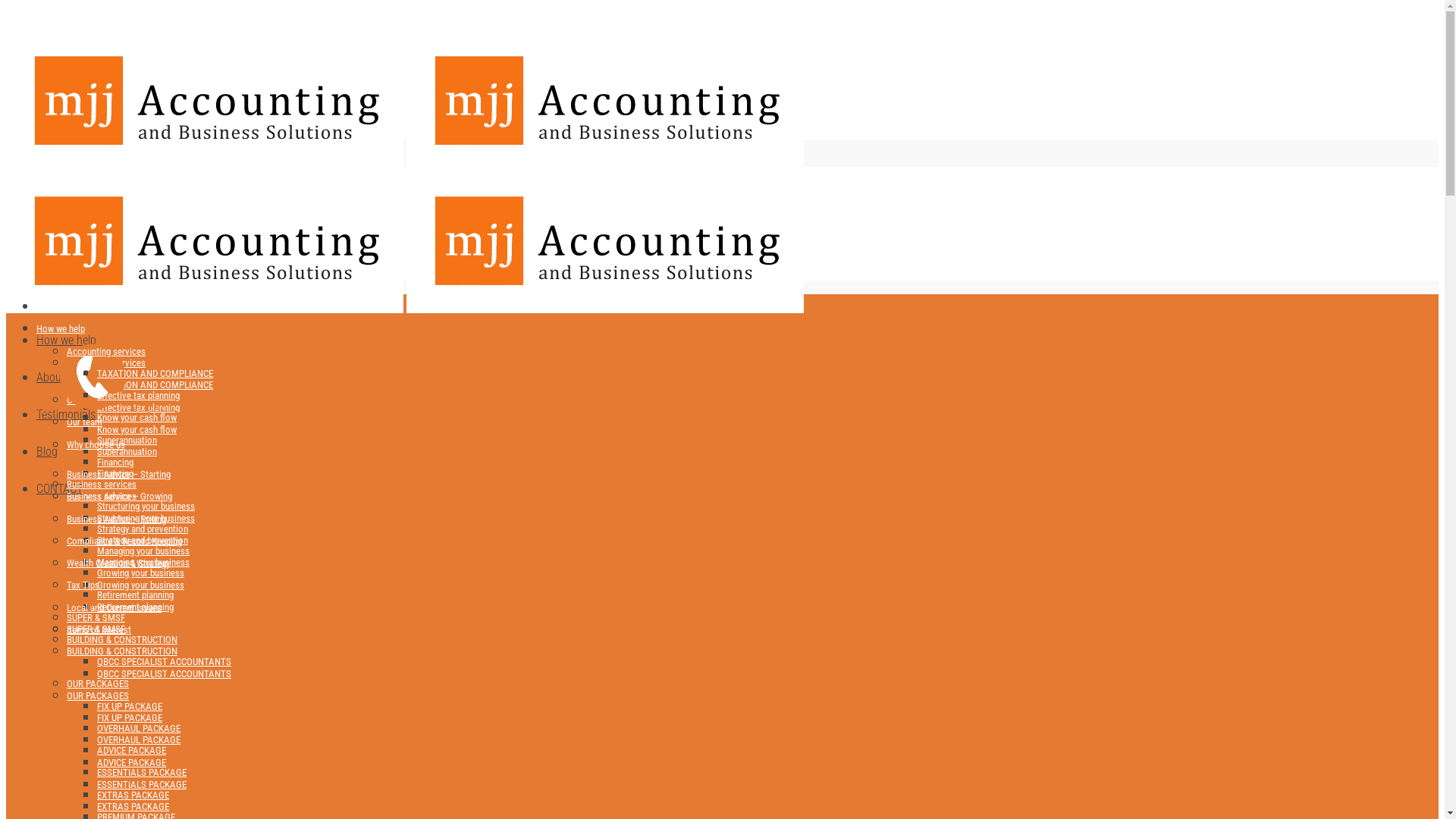  Describe the element at coordinates (118, 563) in the screenshot. I see `'Wealth Creation & Strategy'` at that location.